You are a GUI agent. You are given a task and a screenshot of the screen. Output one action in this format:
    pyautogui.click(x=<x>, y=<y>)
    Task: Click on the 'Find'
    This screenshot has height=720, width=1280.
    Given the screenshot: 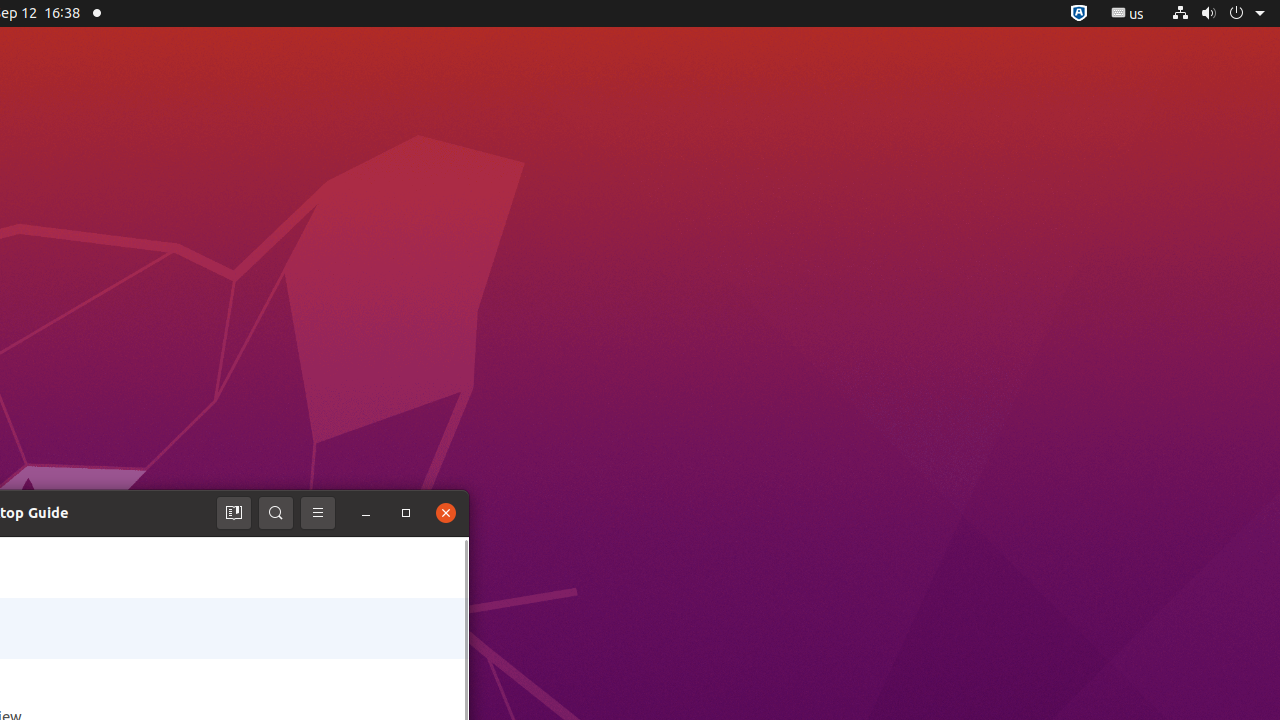 What is the action you would take?
    pyautogui.click(x=274, y=512)
    